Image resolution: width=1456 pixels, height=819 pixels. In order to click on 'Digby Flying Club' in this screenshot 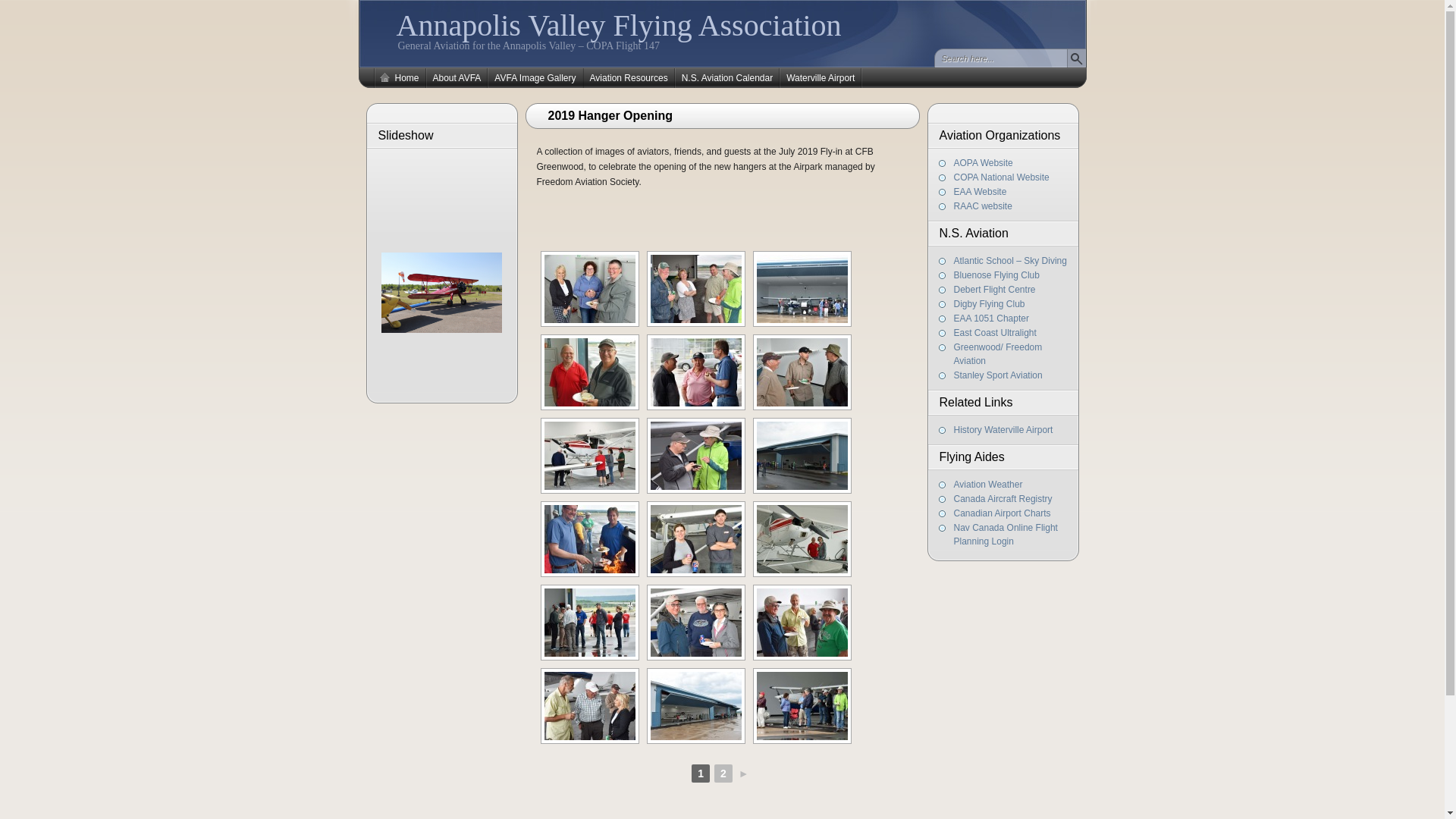, I will do `click(990, 304)`.